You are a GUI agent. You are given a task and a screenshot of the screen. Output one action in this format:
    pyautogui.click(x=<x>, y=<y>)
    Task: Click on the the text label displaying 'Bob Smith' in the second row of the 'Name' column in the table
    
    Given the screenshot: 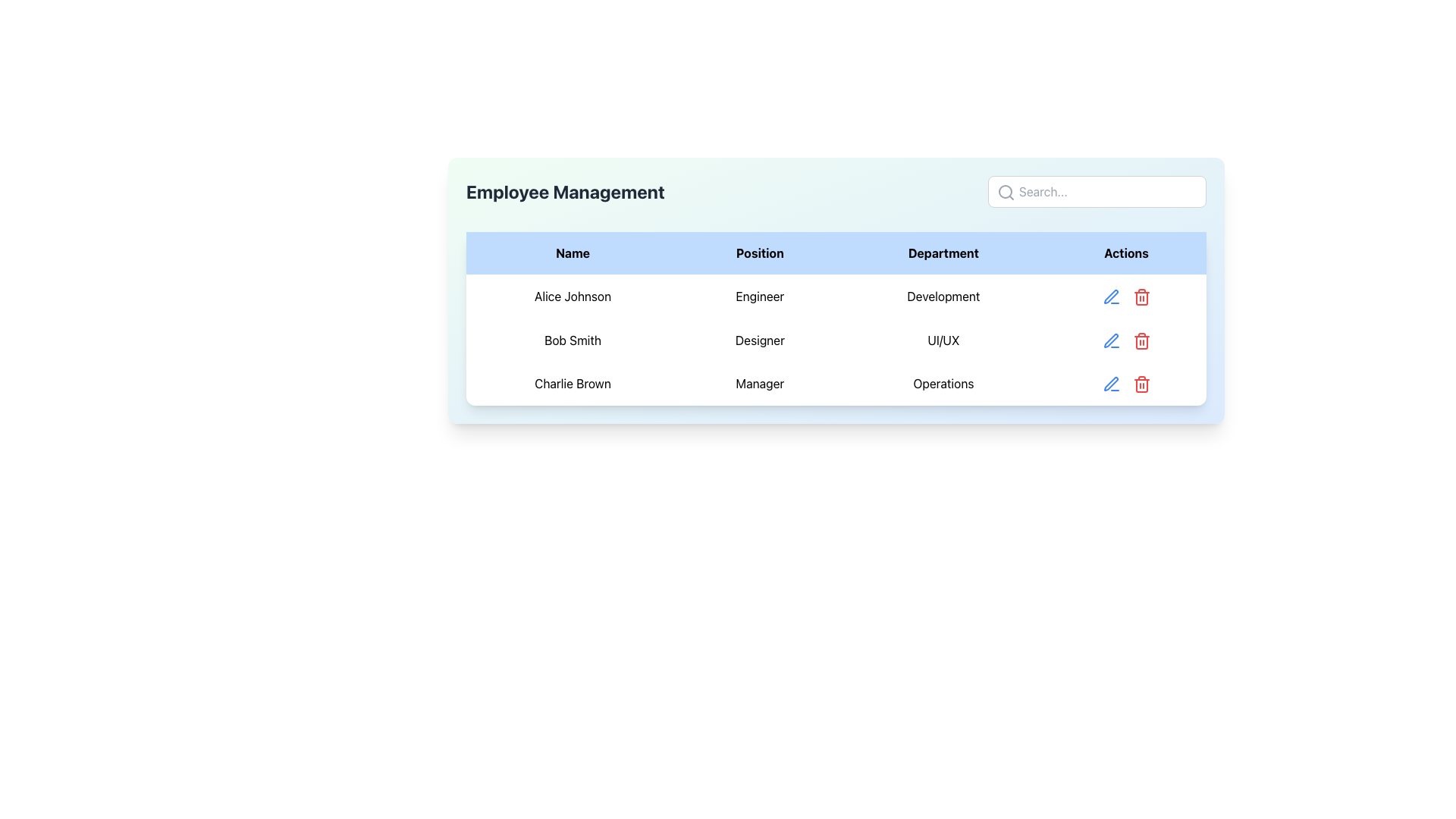 What is the action you would take?
    pyautogui.click(x=572, y=339)
    